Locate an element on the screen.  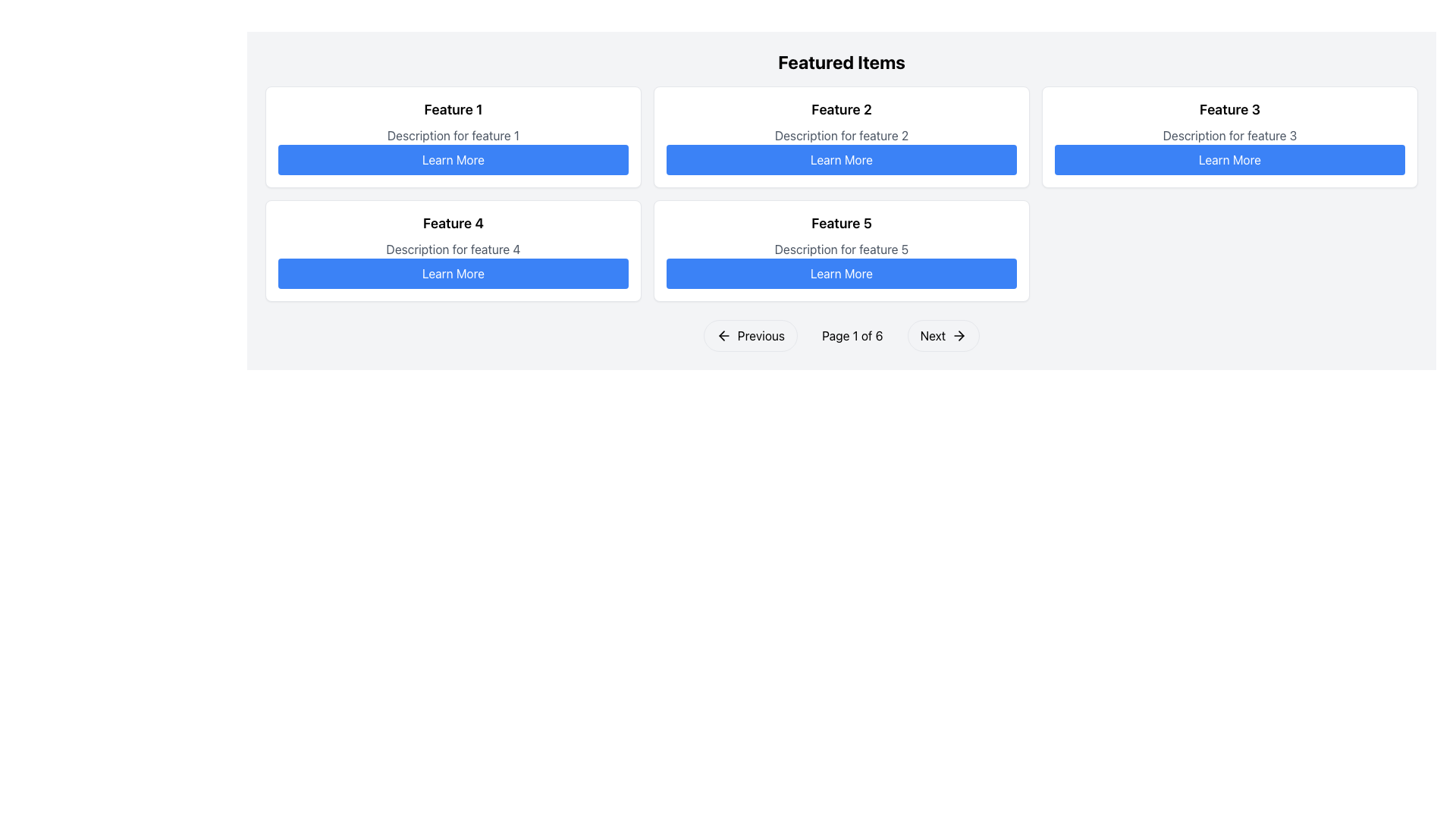
the leftmost icon of the 'Previous' button located at the bottom-left section of the interface is located at coordinates (723, 335).